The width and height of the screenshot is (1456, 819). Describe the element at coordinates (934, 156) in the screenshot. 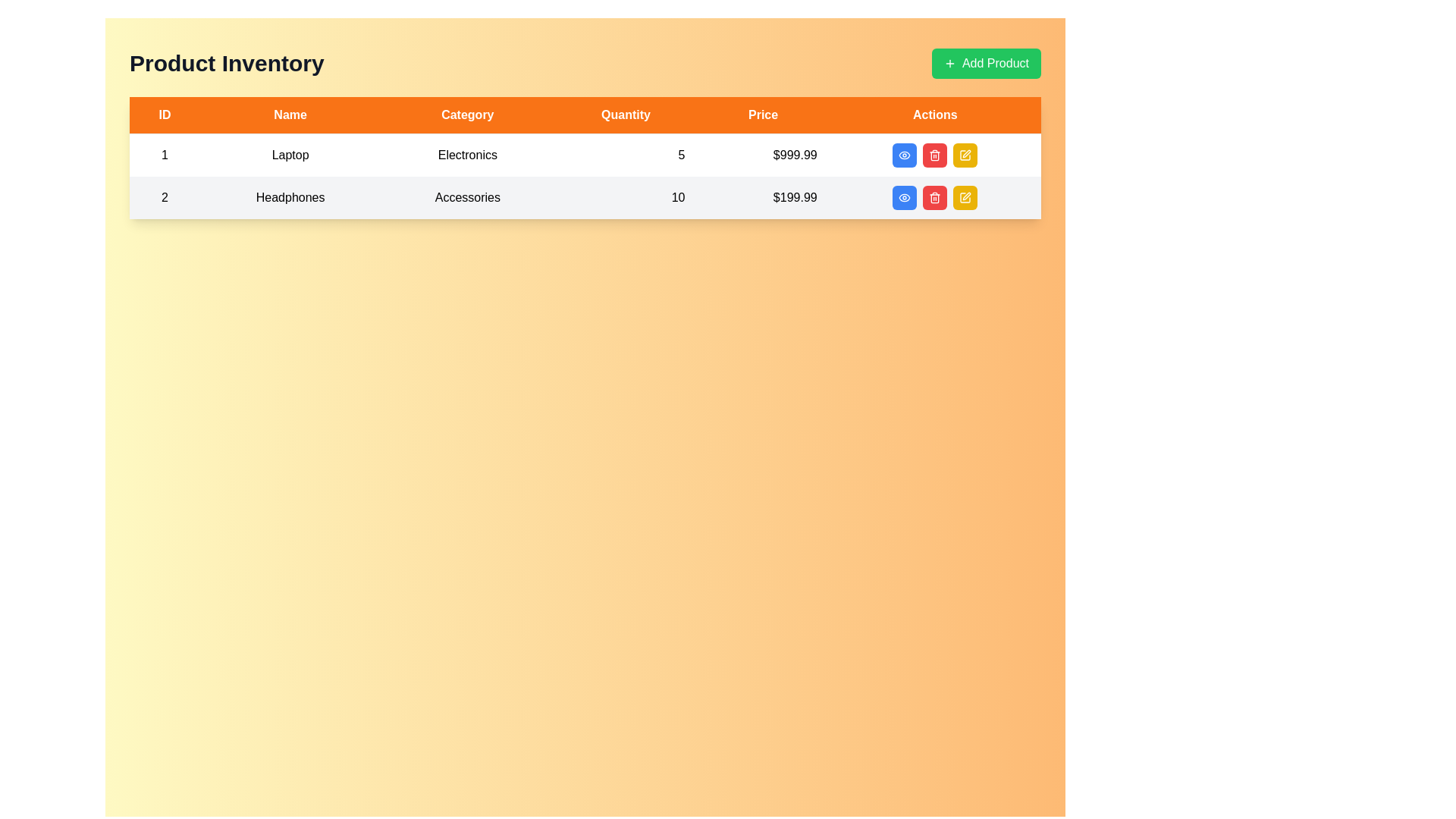

I see `the body of the trash bin icon located in the actions column of the second row for 'Headphones'` at that location.